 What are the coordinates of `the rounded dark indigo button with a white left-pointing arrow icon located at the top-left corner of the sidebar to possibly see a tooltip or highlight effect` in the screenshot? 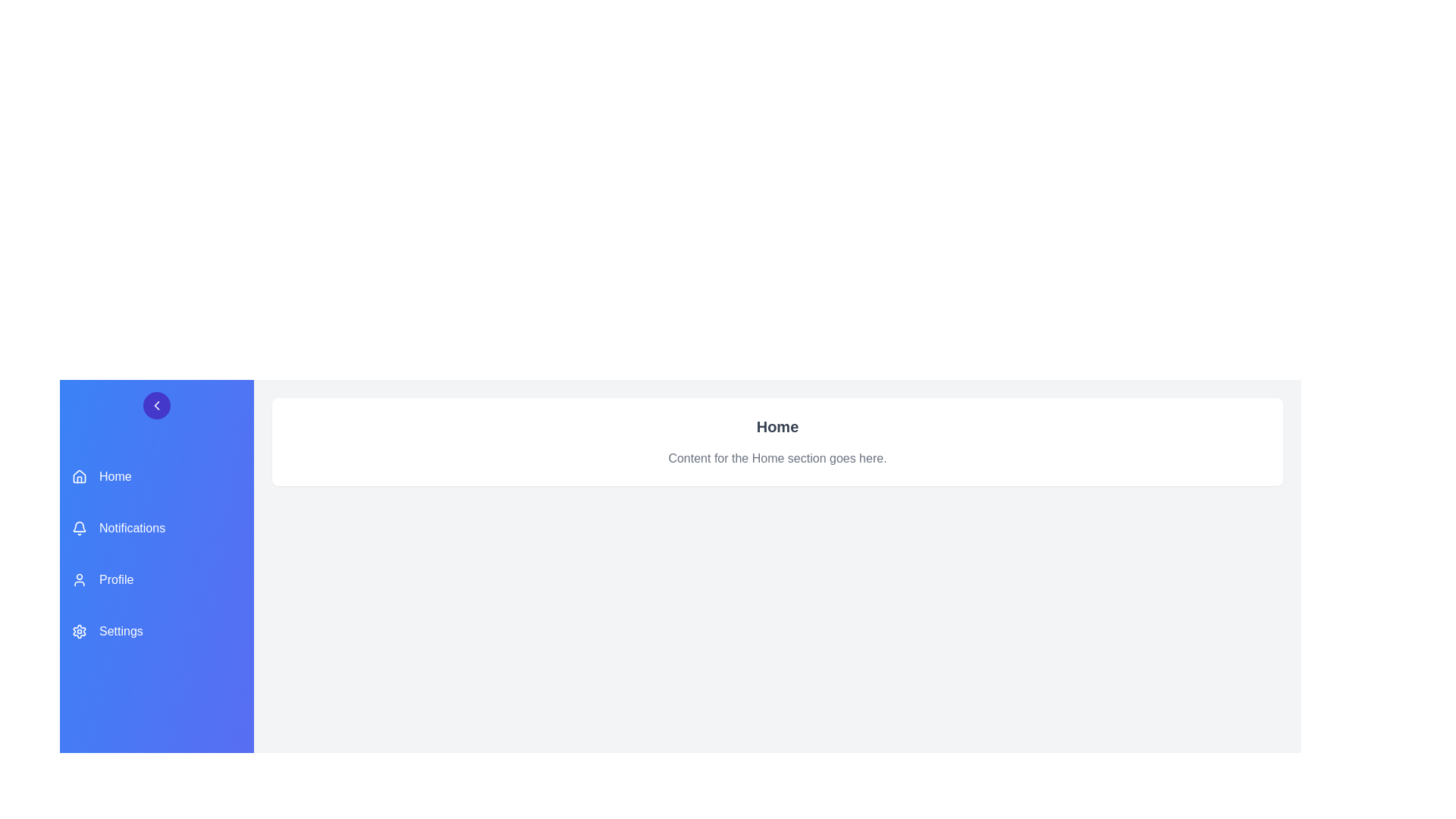 It's located at (156, 405).